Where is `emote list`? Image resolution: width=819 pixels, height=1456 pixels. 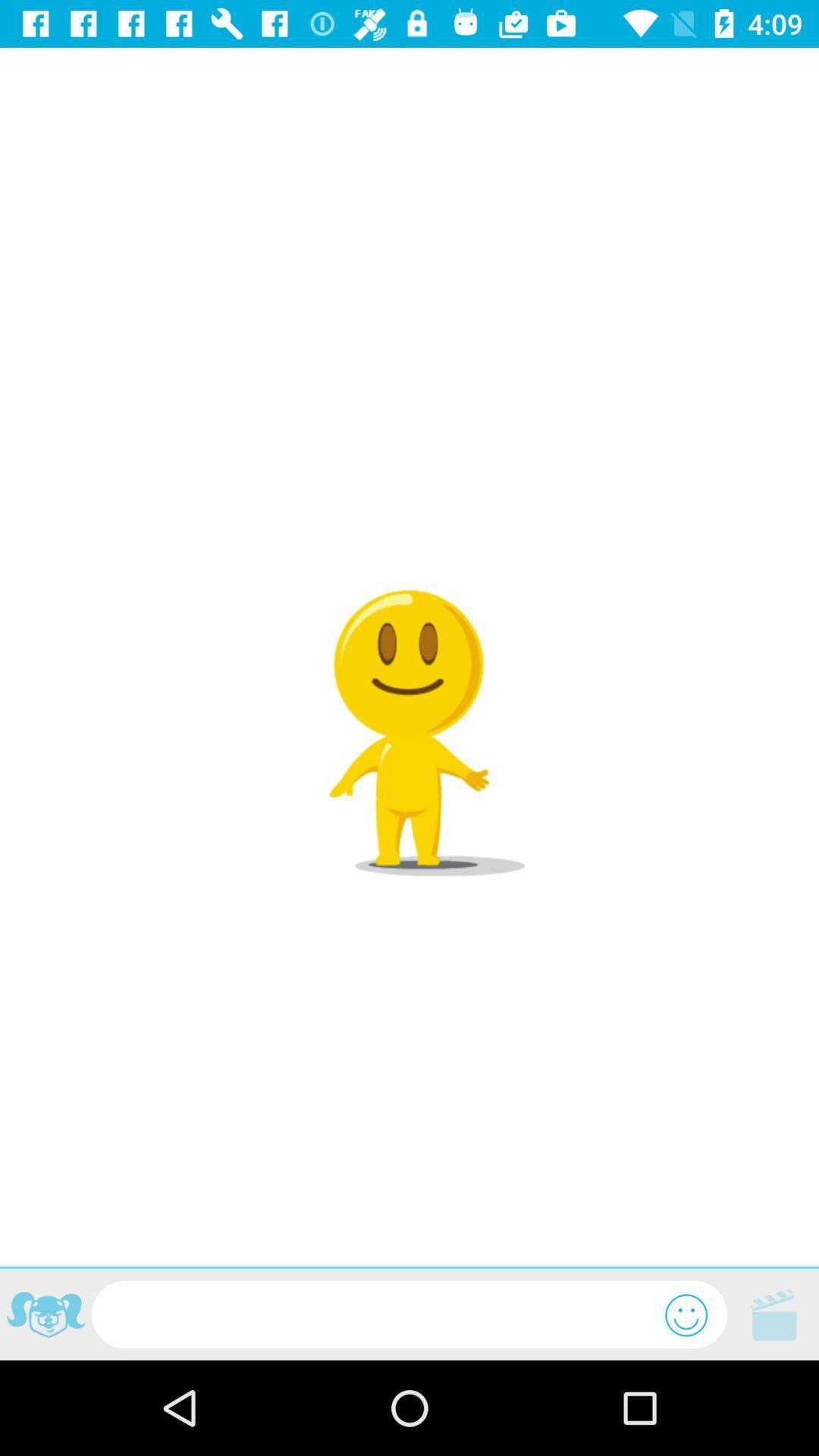
emote list is located at coordinates (686, 1314).